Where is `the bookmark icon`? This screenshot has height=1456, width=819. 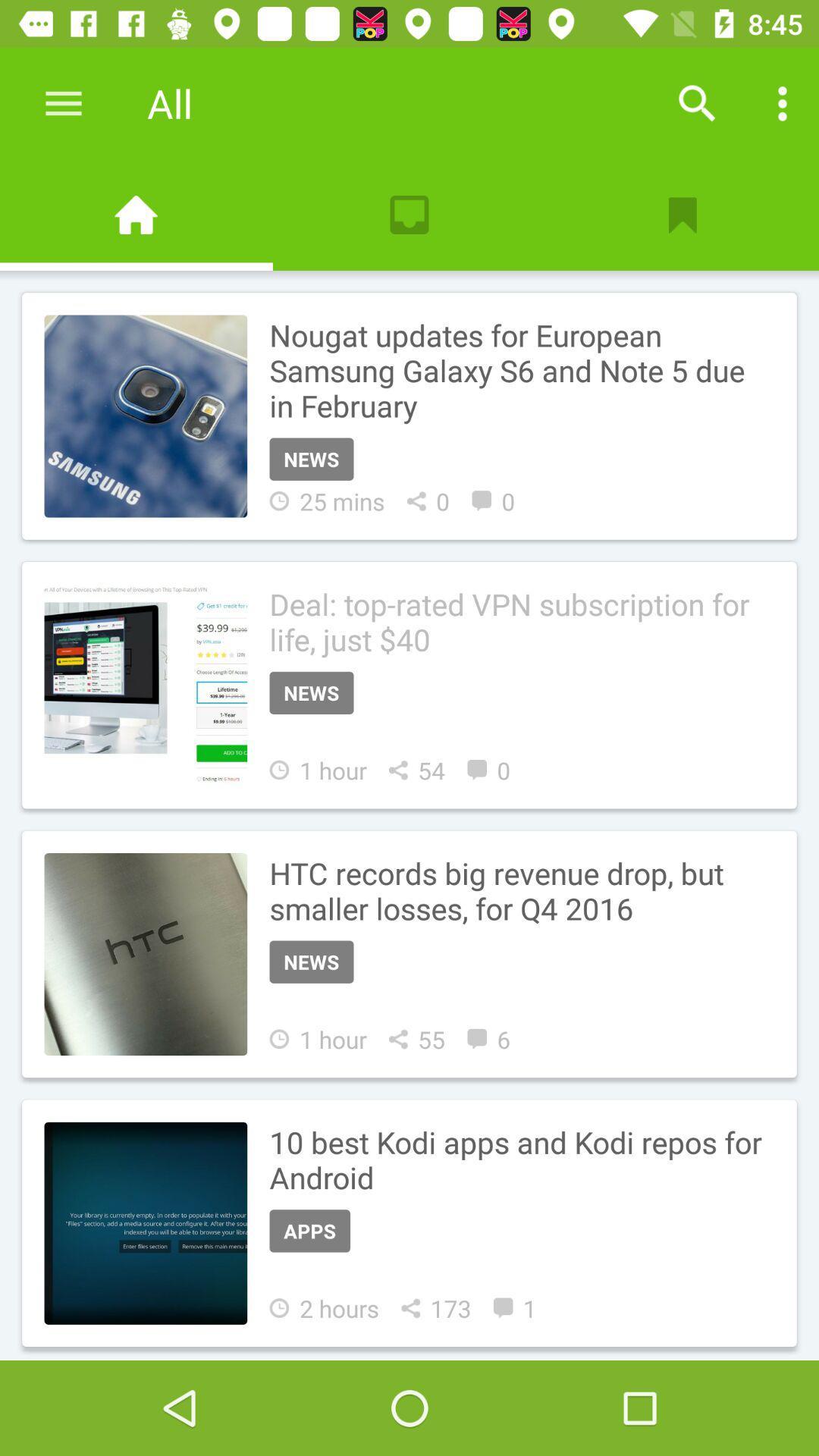 the bookmark icon is located at coordinates (681, 214).